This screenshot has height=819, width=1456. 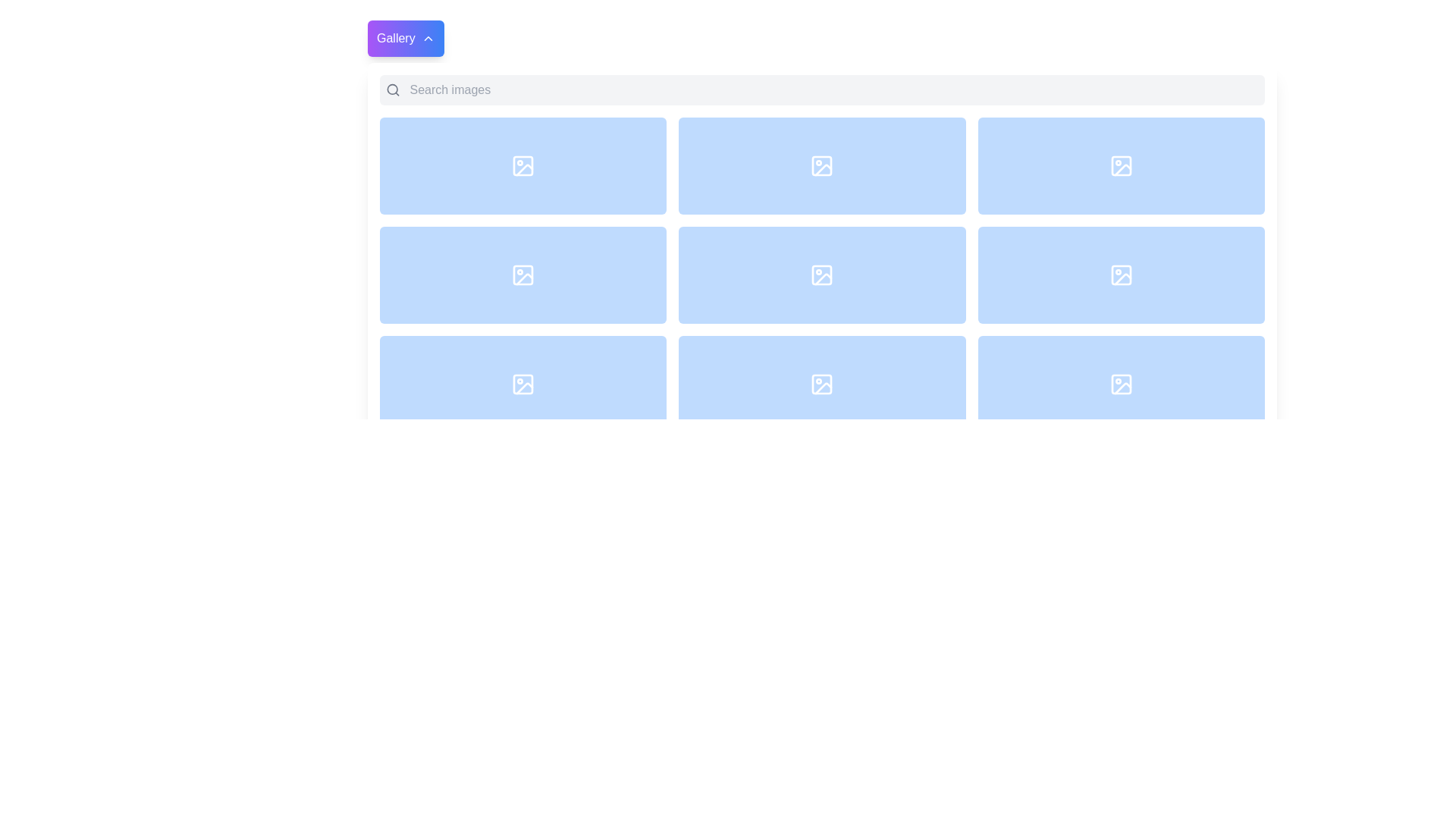 What do you see at coordinates (1121, 166) in the screenshot?
I see `the SVG image icon with a sun and landscape design, located in the second row and third column of a 3x4 grid layout` at bounding box center [1121, 166].